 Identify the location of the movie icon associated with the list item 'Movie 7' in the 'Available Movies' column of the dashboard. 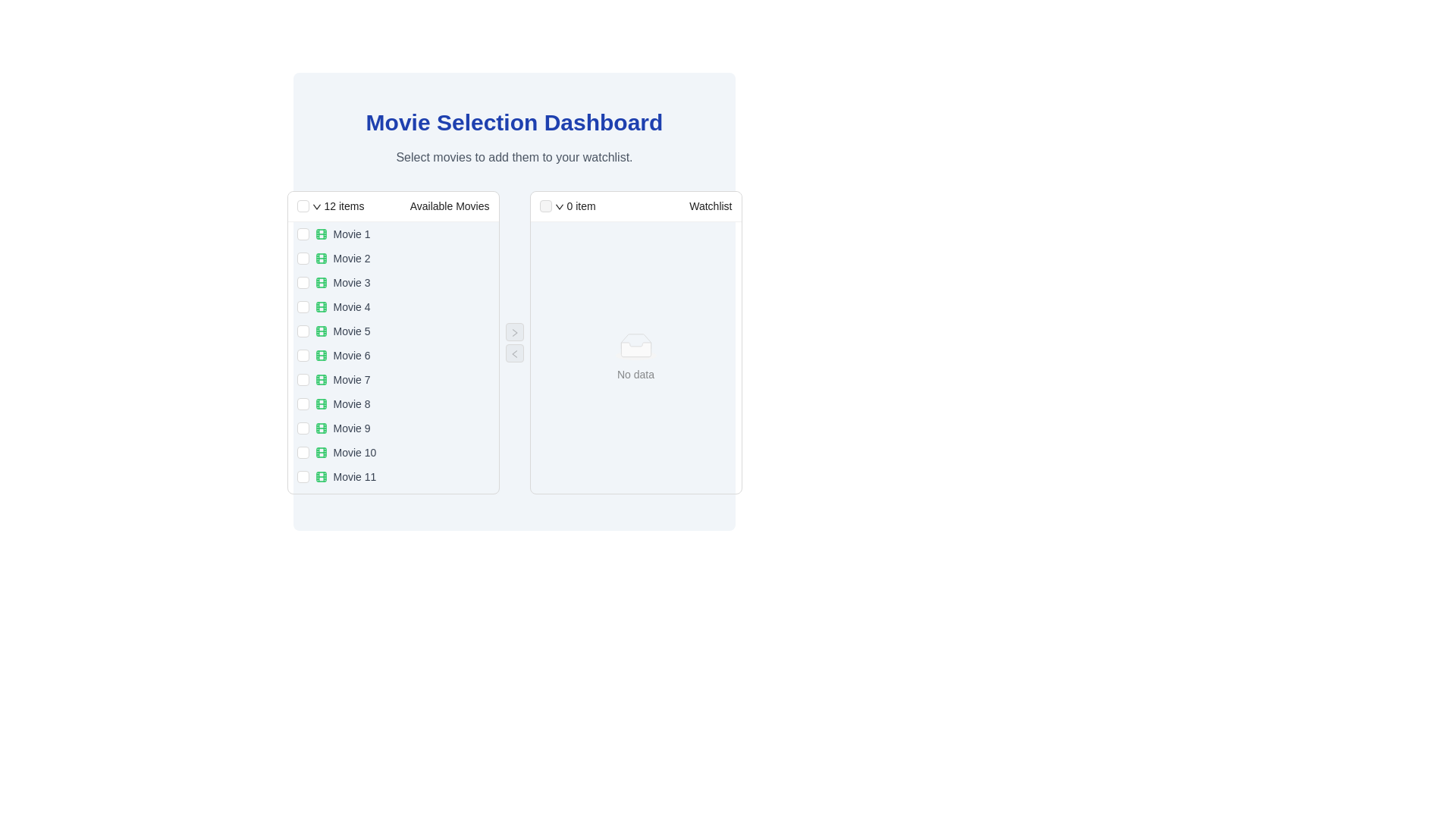
(320, 379).